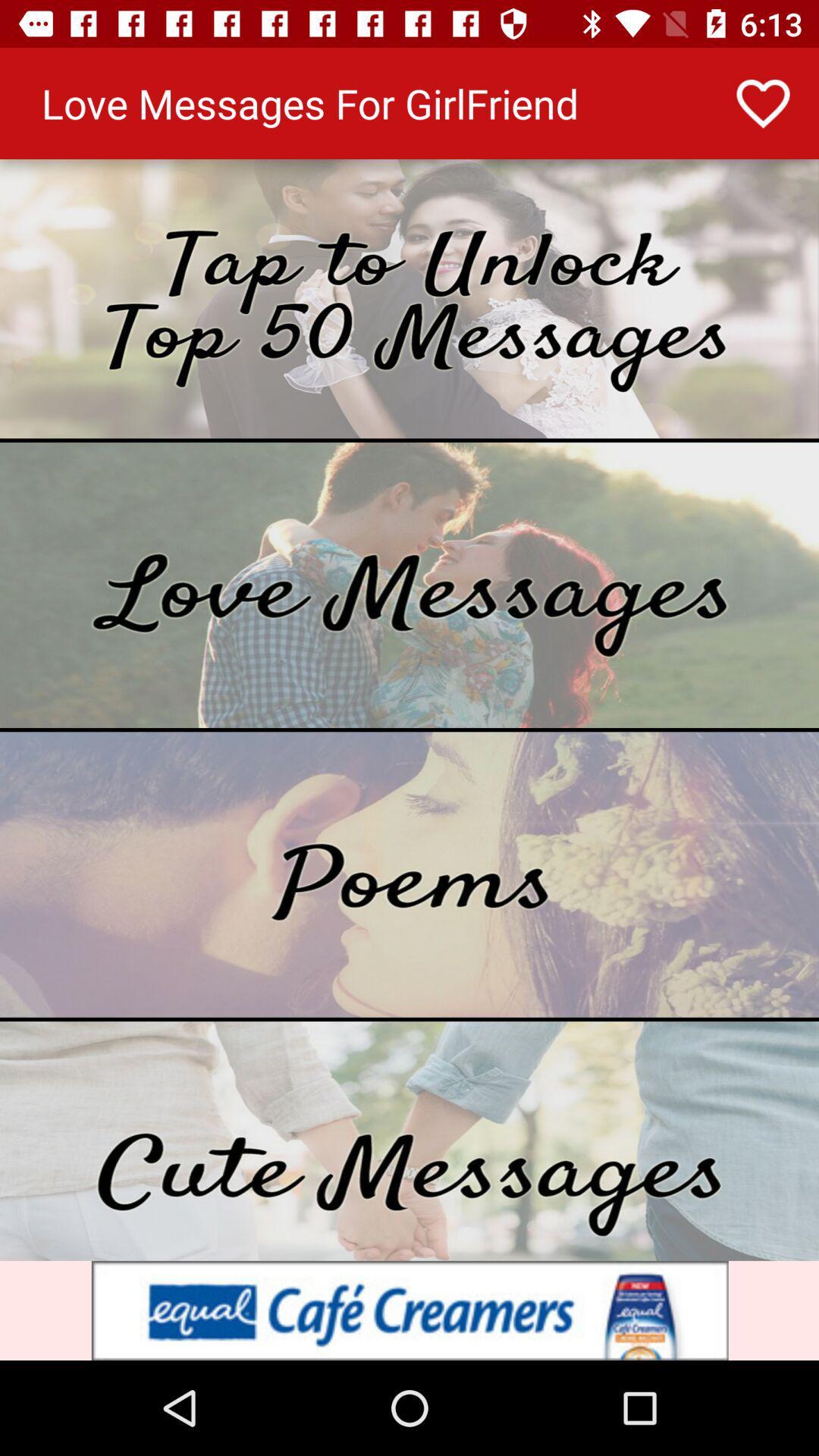 This screenshot has width=819, height=1456. Describe the element at coordinates (409, 874) in the screenshot. I see `shows a list of poems` at that location.